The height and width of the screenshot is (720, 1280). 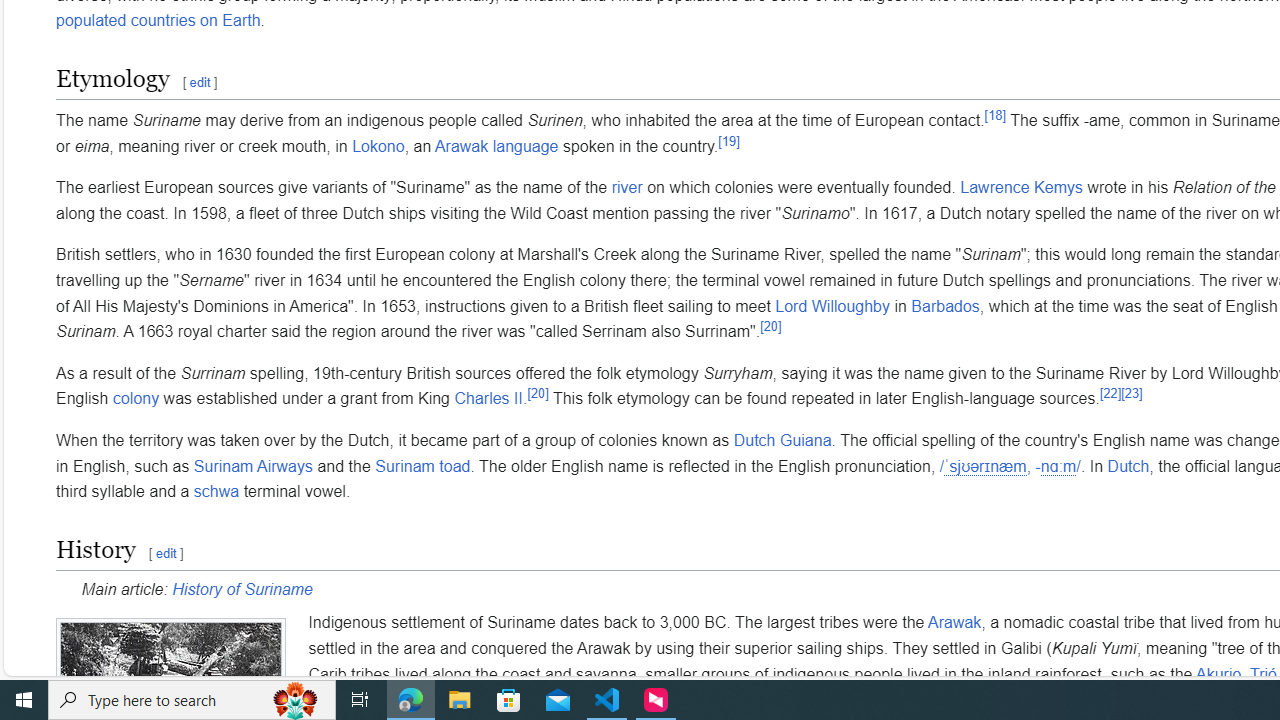 I want to click on 'Dutch Guiana', so click(x=781, y=439).